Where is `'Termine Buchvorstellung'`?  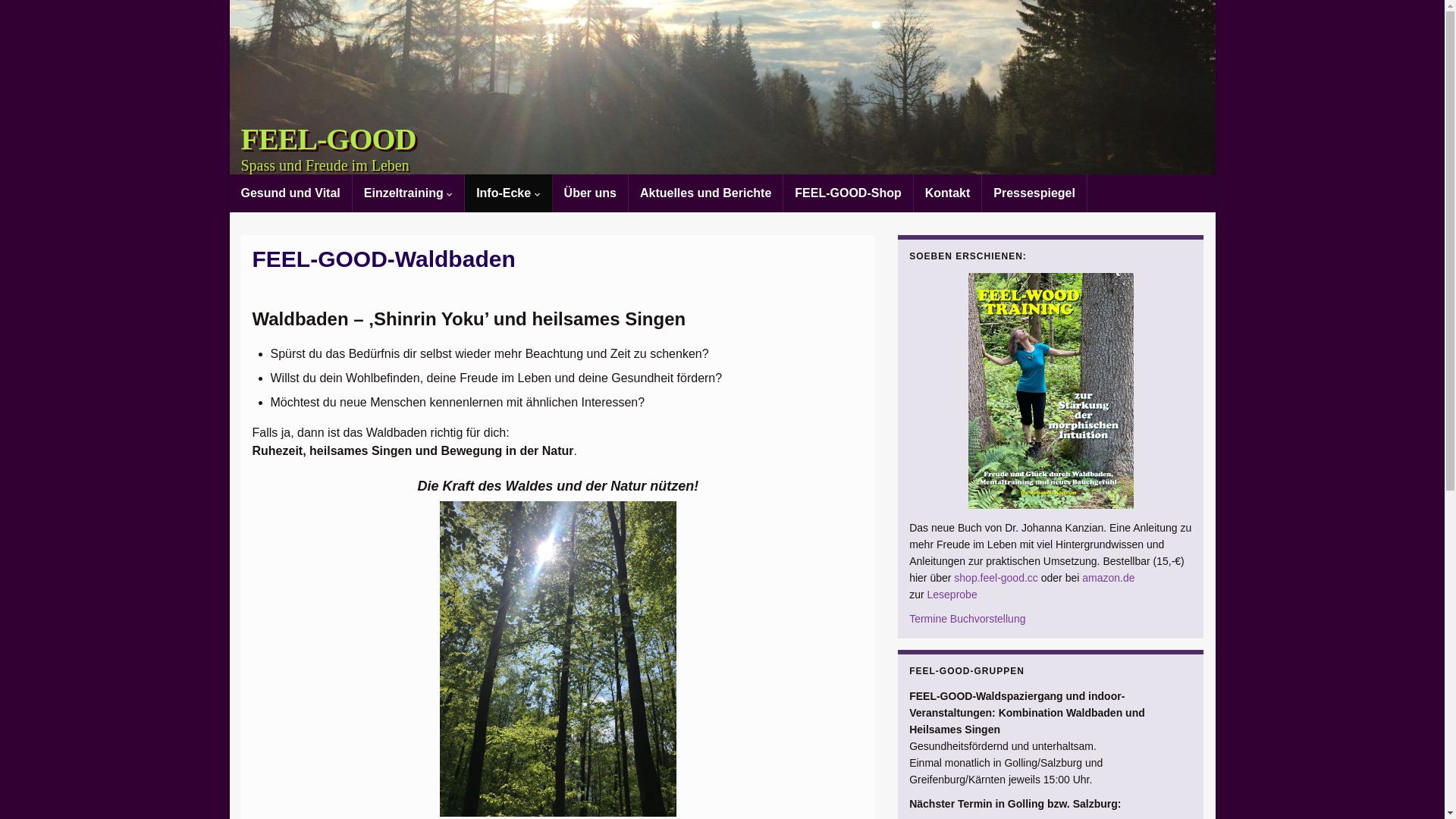
'Termine Buchvorstellung' is located at coordinates (966, 619).